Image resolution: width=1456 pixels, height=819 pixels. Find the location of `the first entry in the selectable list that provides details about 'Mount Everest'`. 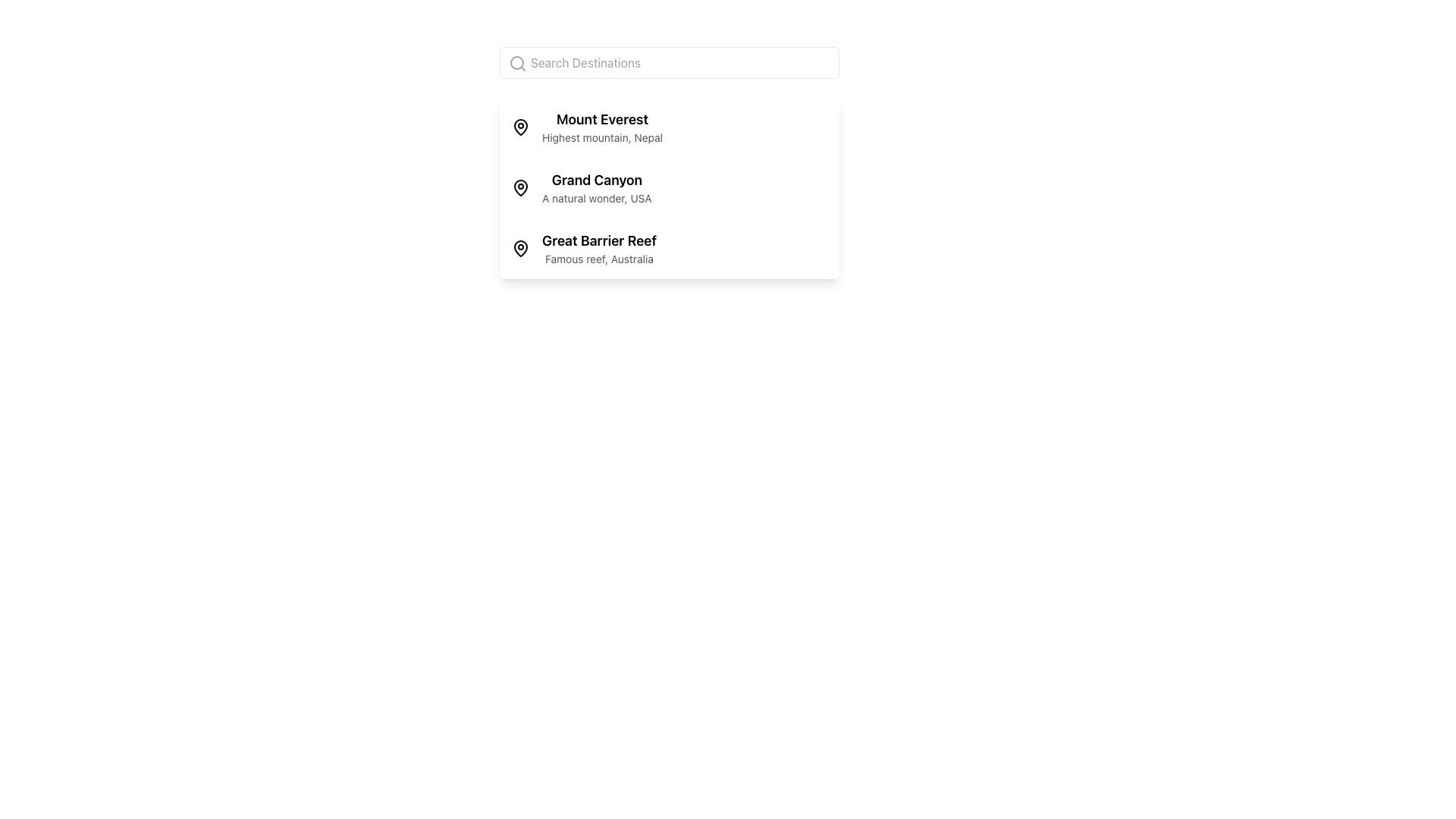

the first entry in the selectable list that provides details about 'Mount Everest' is located at coordinates (669, 127).